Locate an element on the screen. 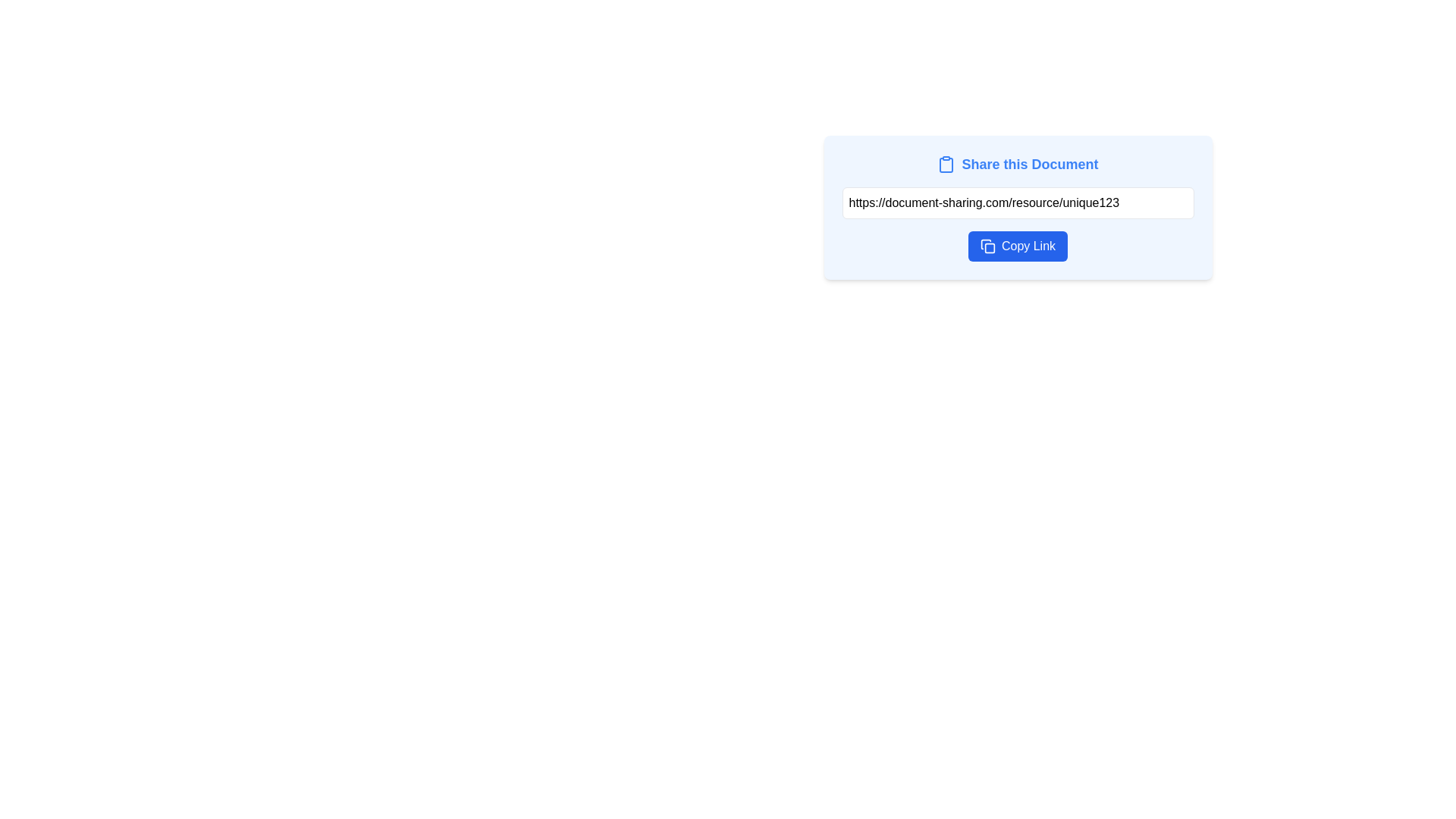 The height and width of the screenshot is (819, 1456). the readonly text input field displaying the URL 'https://document-sharing.com/resource/unique123' is located at coordinates (1018, 207).